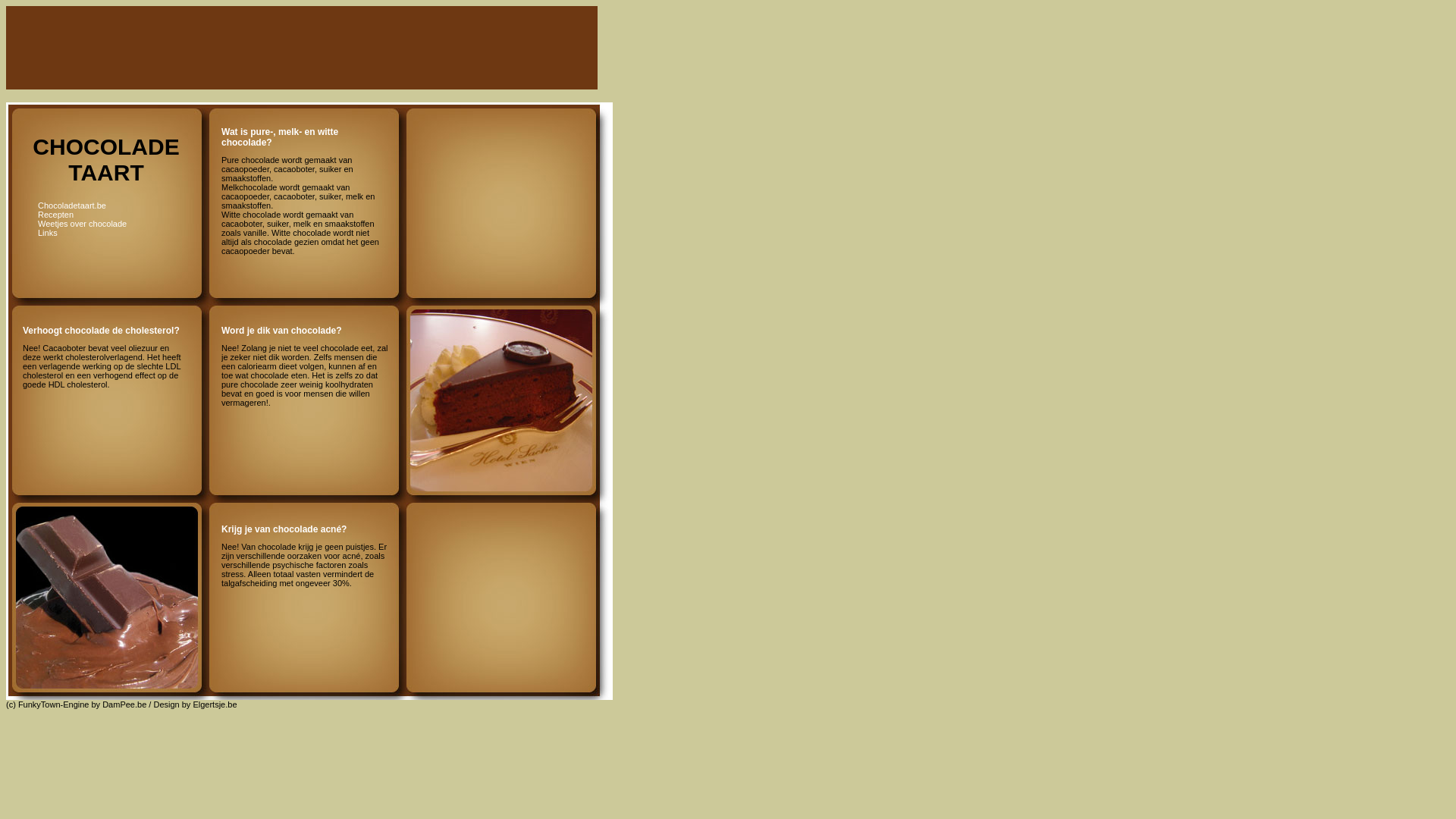 Image resolution: width=1456 pixels, height=819 pixels. What do you see at coordinates (495, 152) in the screenshot?
I see `'Advertisement'` at bounding box center [495, 152].